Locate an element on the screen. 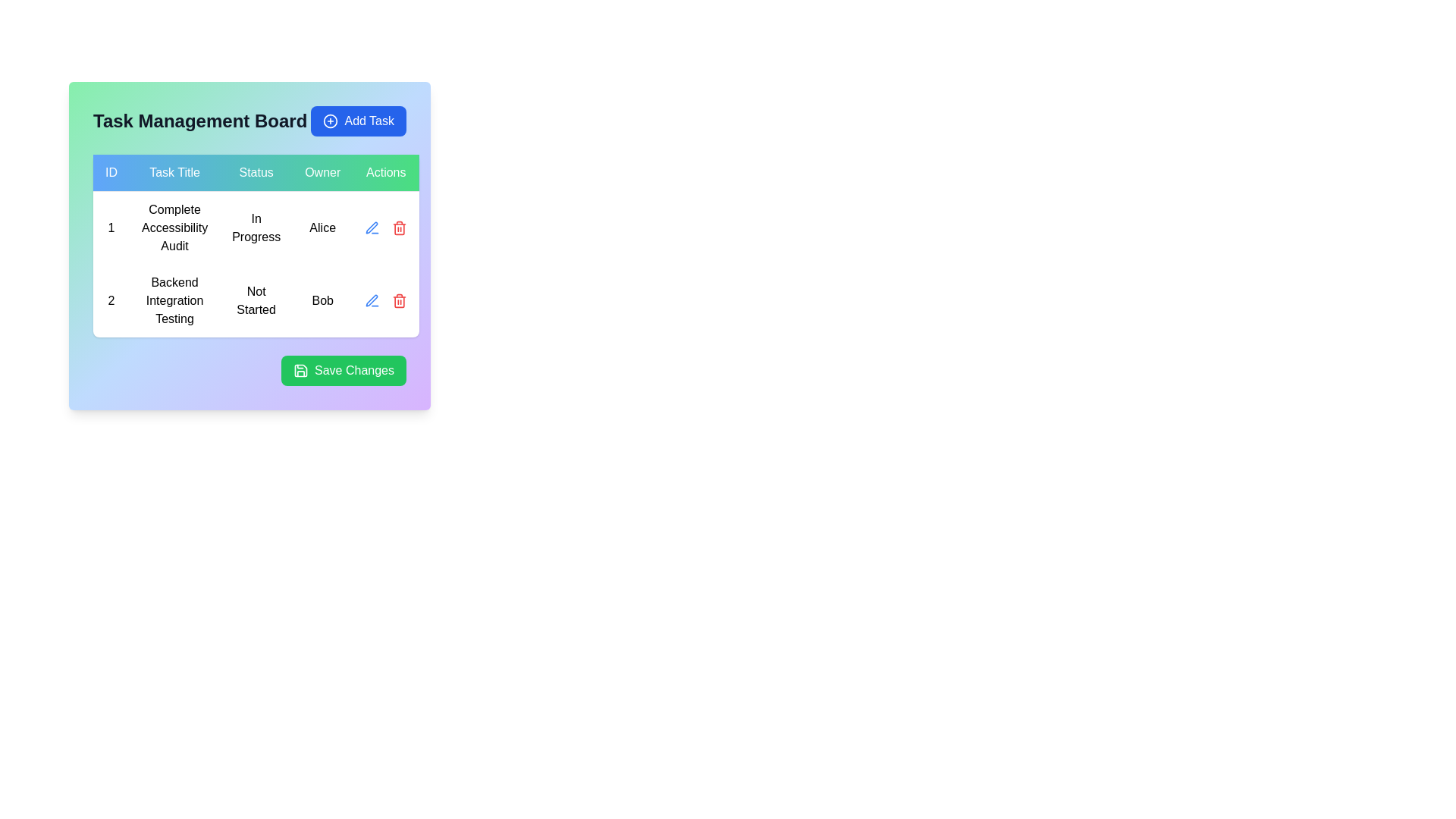 This screenshot has height=819, width=1456. the blue pencil icon in the action icons group located in the 'Actions' cell of the first row of the task management table, adjacent to the 'Owner' cell containing 'Alice' is located at coordinates (386, 227).